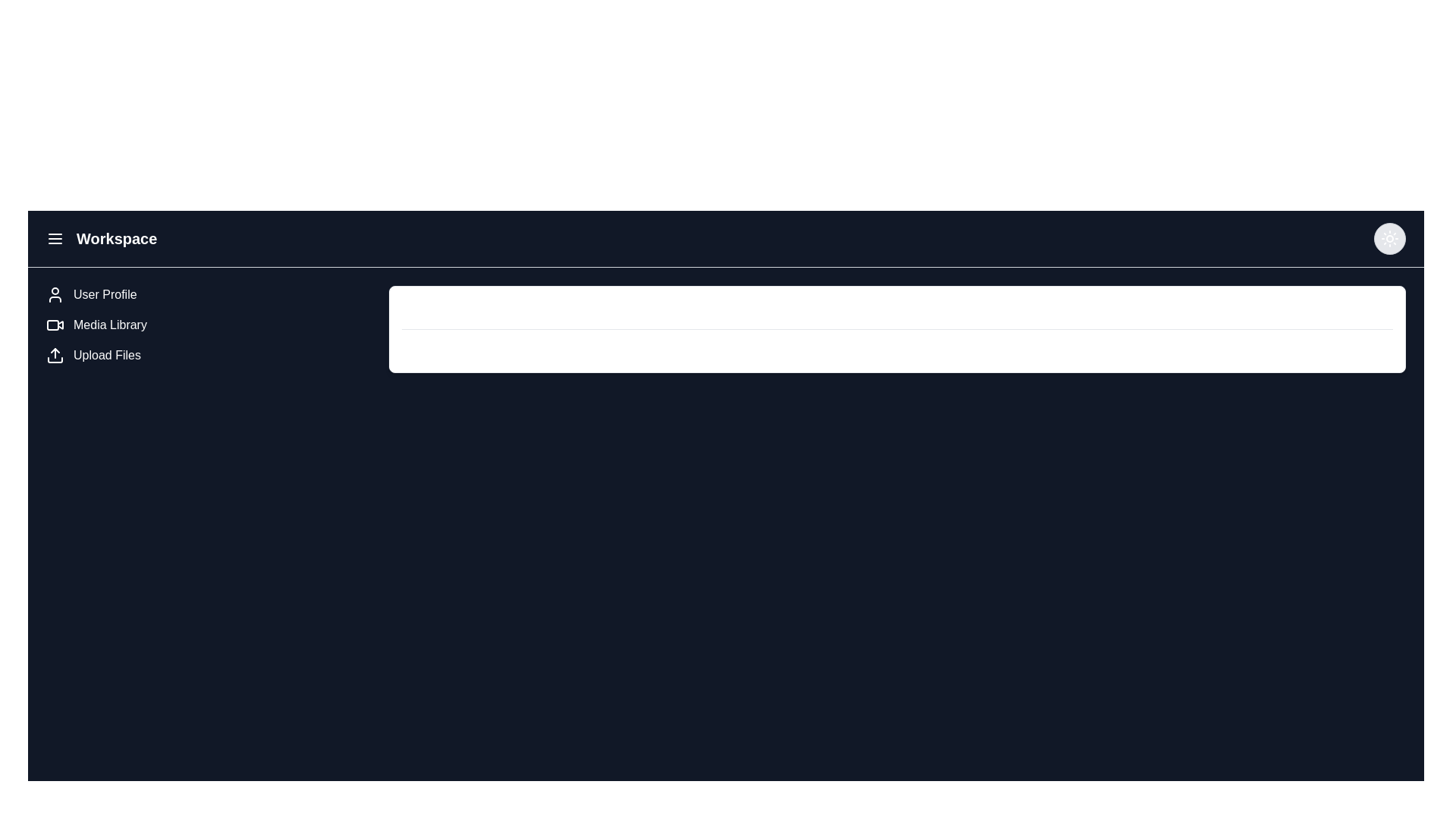 Image resolution: width=1456 pixels, height=819 pixels. What do you see at coordinates (115, 239) in the screenshot?
I see `the 'Workspace' text label, which is a bold white text component located in the header section, slightly to the right of the menu icon` at bounding box center [115, 239].